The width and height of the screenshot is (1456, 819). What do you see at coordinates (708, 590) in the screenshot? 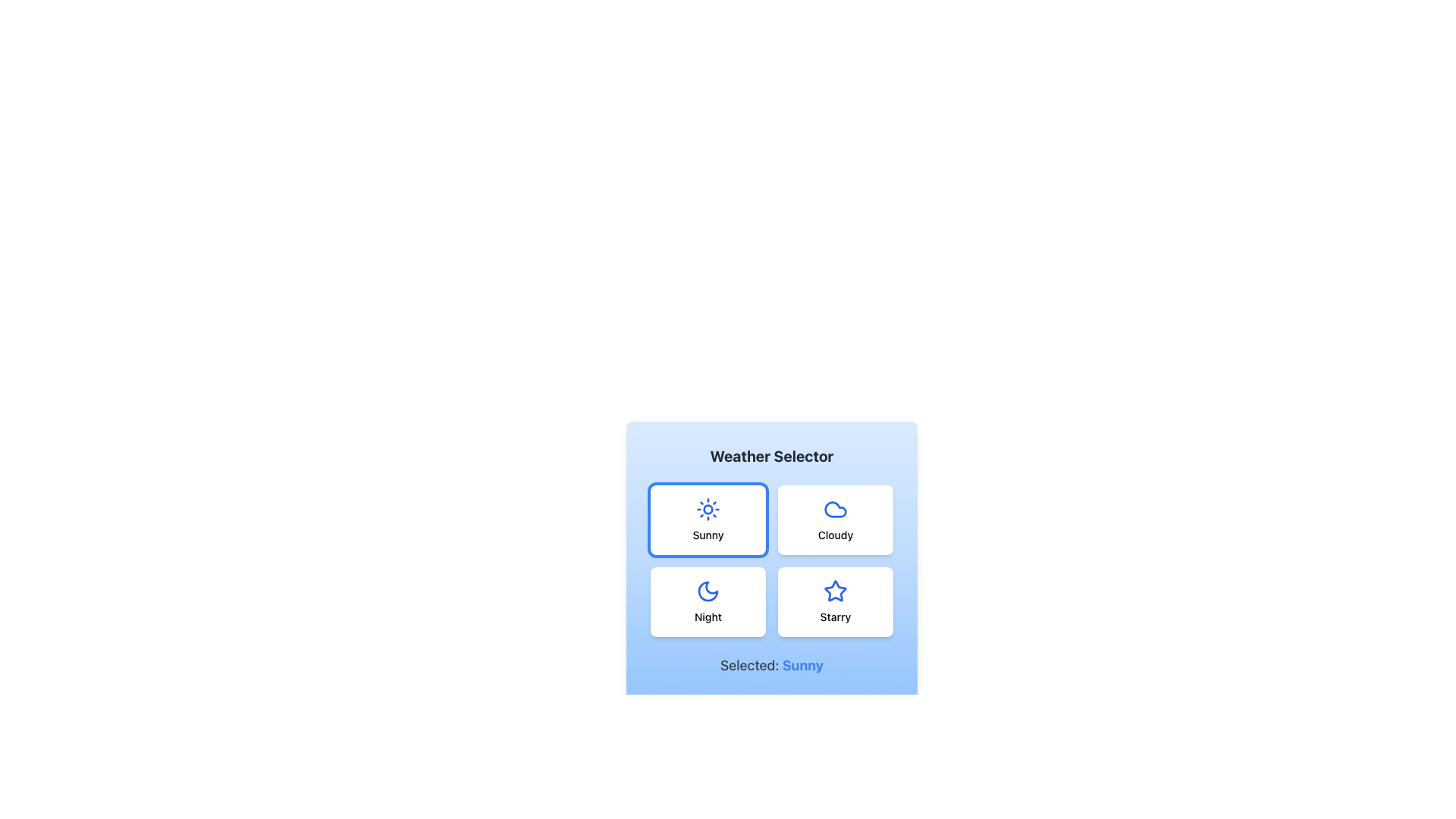
I see `the crescent moon icon indicating the 'Night' weather option in the selector interface` at bounding box center [708, 590].